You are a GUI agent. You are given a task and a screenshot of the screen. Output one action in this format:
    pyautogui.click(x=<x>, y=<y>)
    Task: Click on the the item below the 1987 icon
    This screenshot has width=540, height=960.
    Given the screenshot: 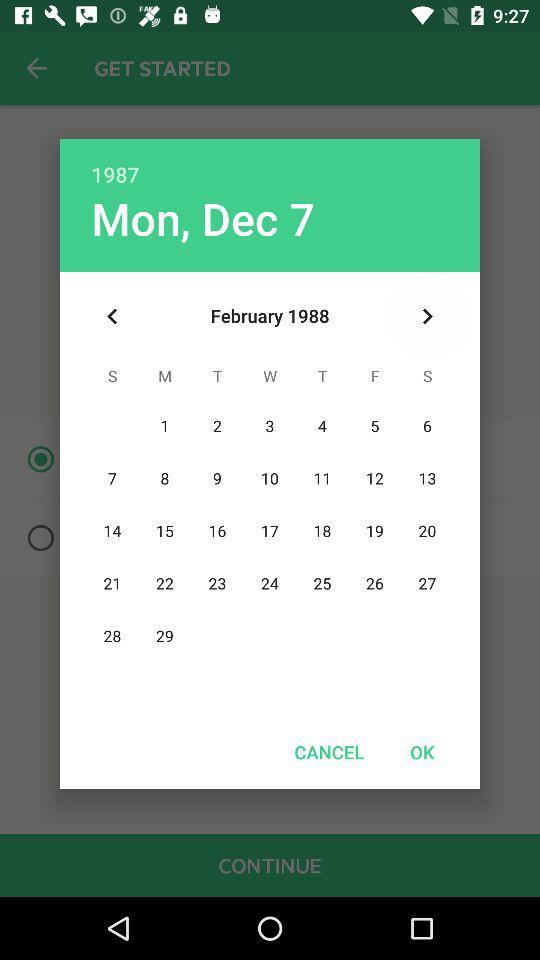 What is the action you would take?
    pyautogui.click(x=426, y=316)
    